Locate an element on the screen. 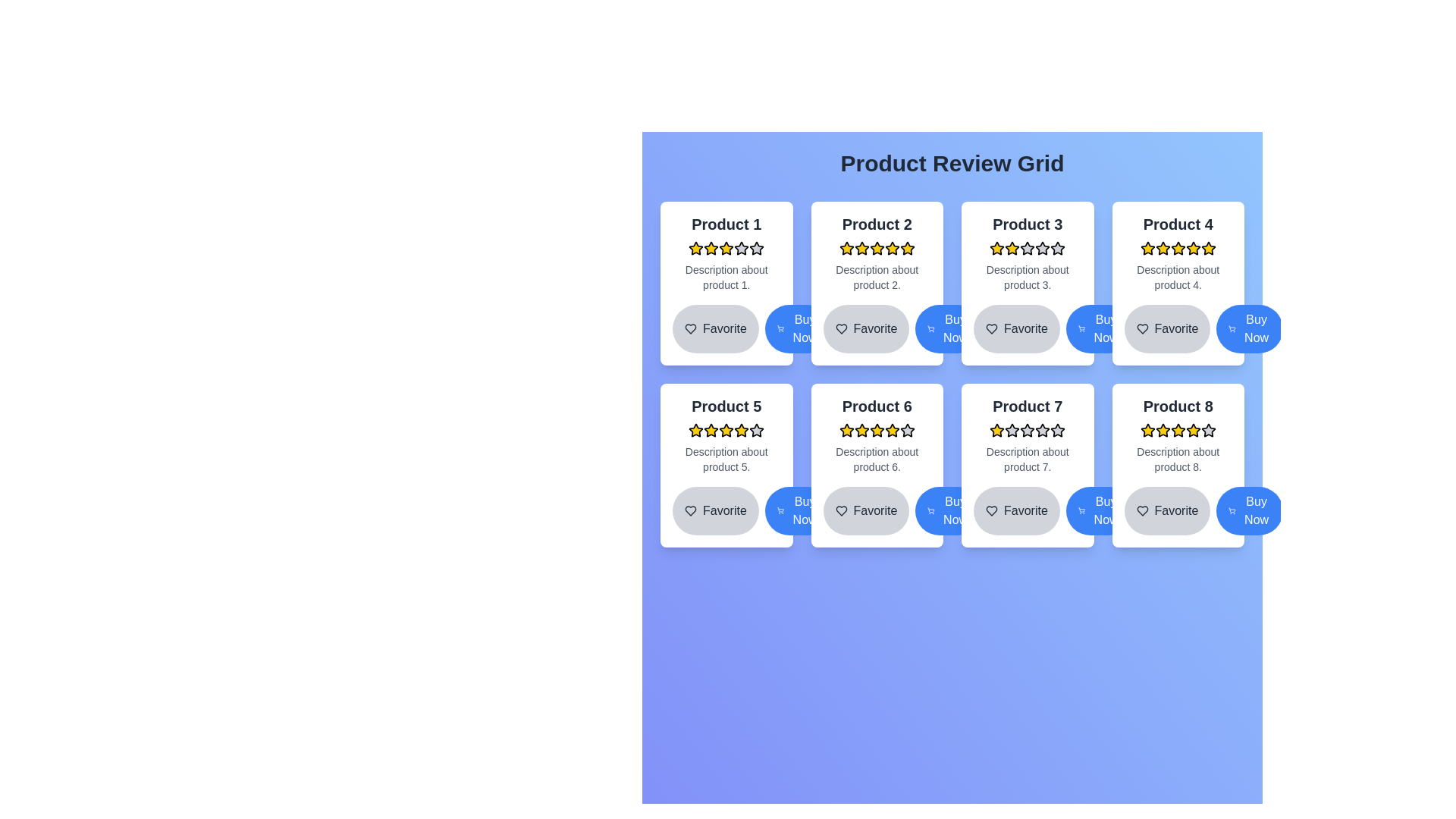  the fourth star icon in the rating system for 'Product 5' using assistive devices is located at coordinates (742, 430).